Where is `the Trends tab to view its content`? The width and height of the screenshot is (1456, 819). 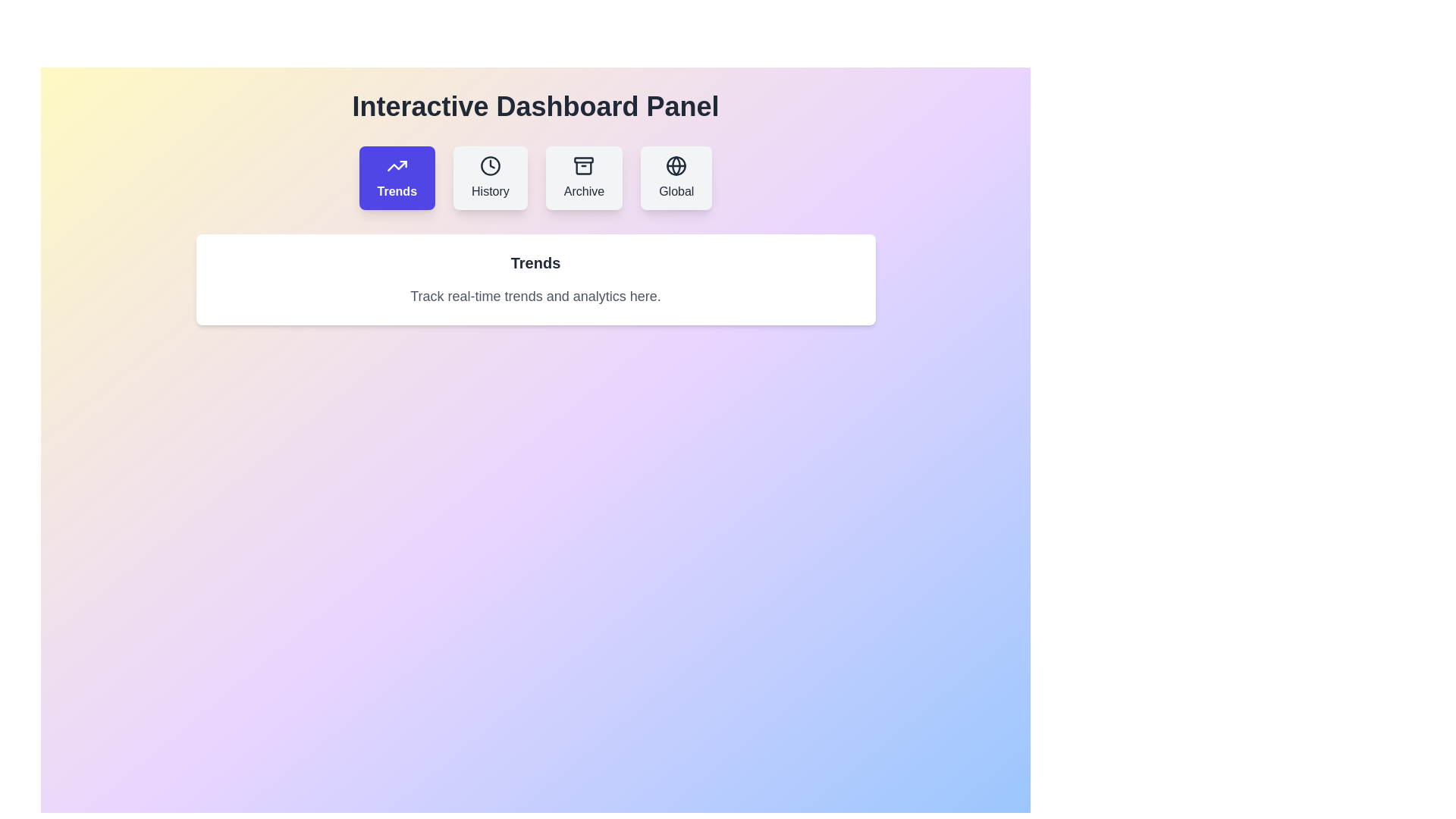 the Trends tab to view its content is located at coordinates (397, 177).